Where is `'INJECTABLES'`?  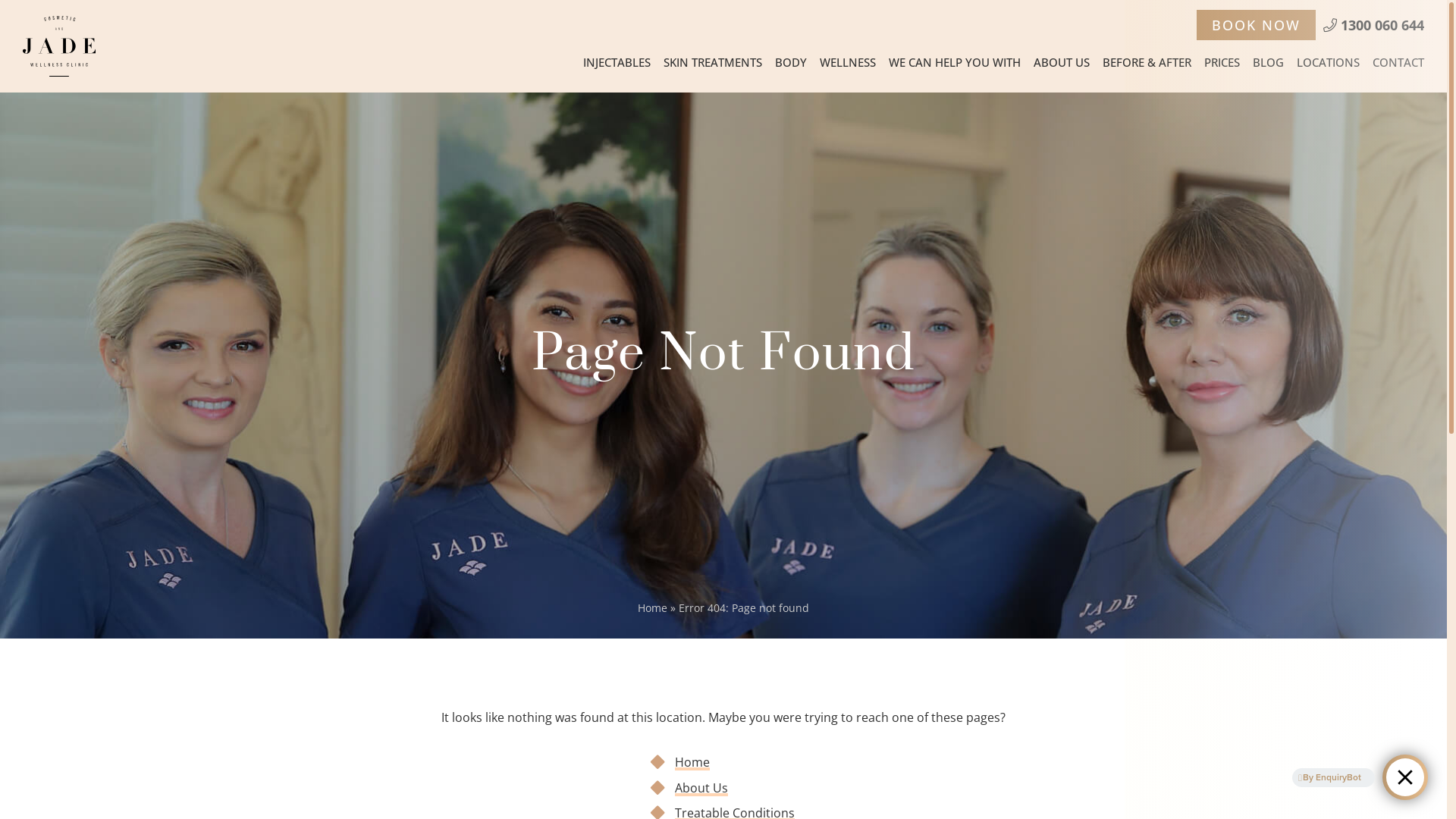 'INJECTABLES' is located at coordinates (617, 61).